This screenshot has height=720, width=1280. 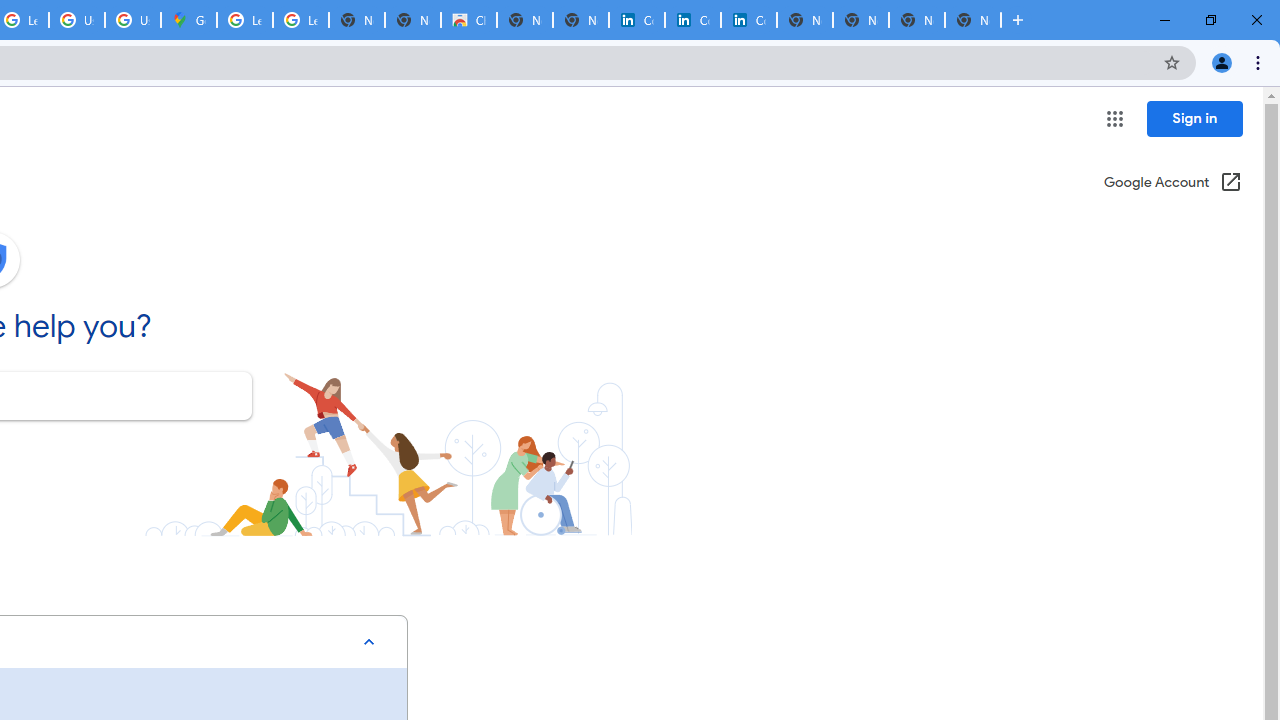 I want to click on 'Google Maps', so click(x=189, y=20).